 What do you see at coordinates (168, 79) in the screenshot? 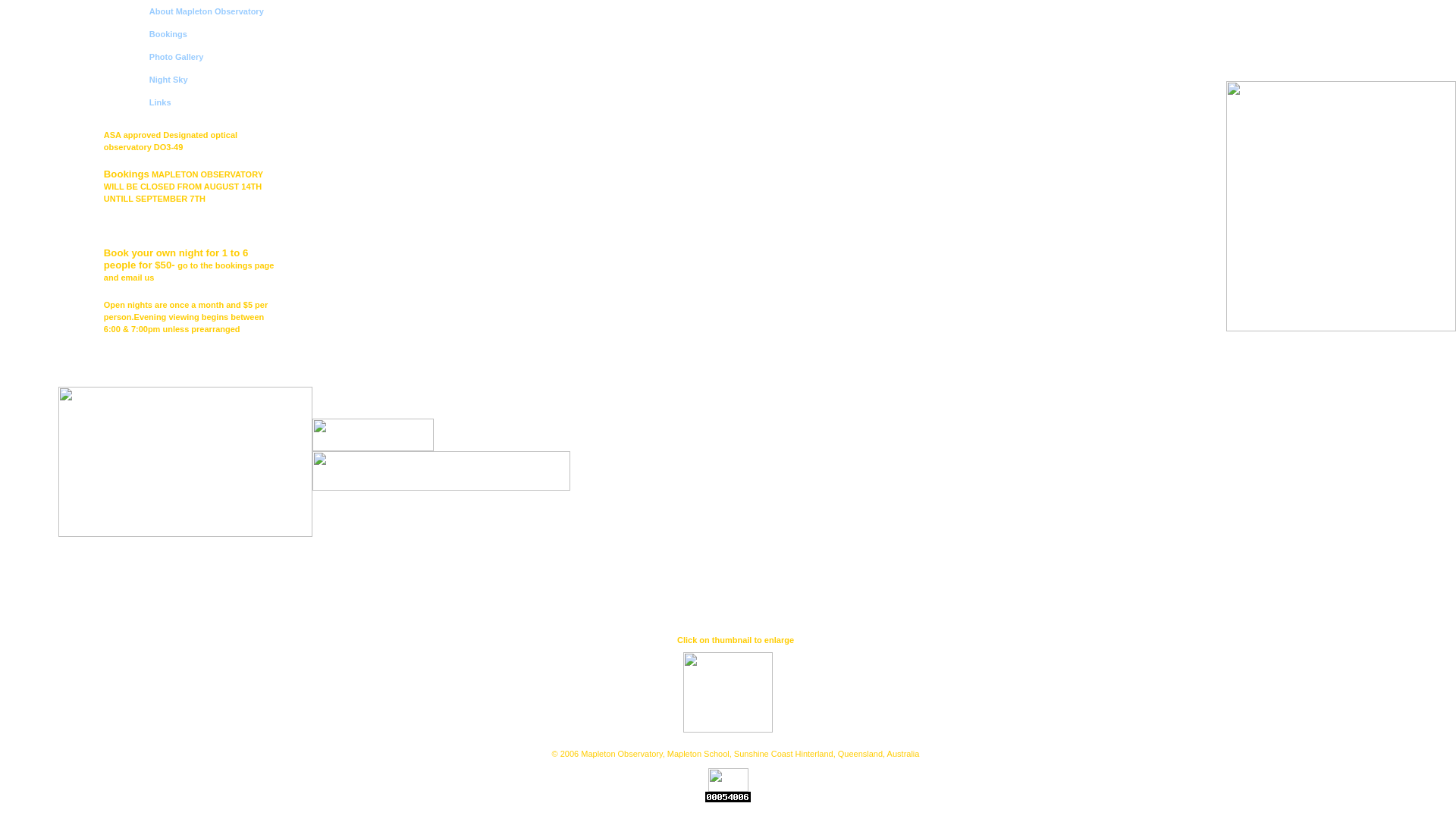
I see `'Night Sky'` at bounding box center [168, 79].